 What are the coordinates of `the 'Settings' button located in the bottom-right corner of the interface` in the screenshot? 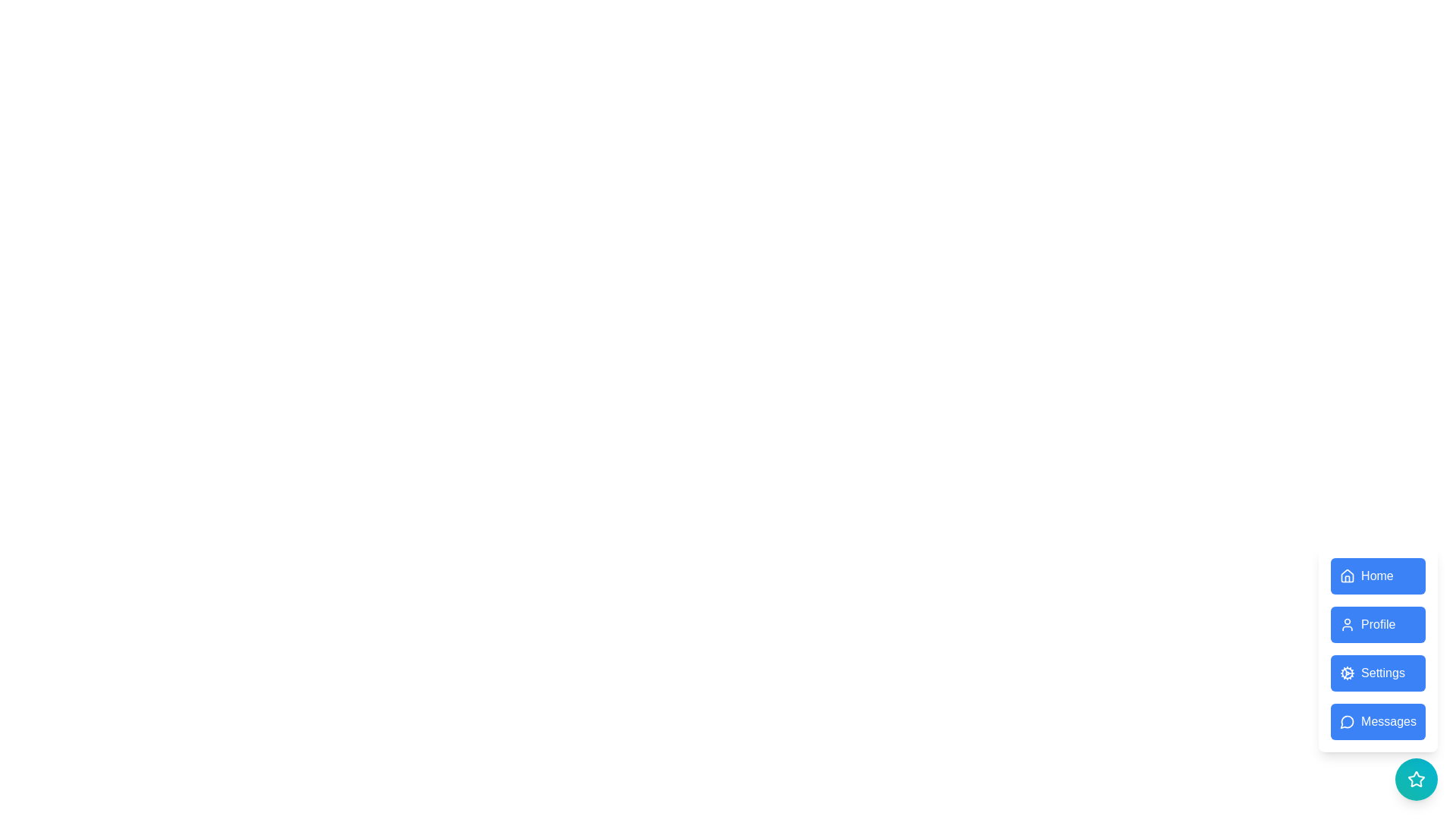 It's located at (1378, 648).